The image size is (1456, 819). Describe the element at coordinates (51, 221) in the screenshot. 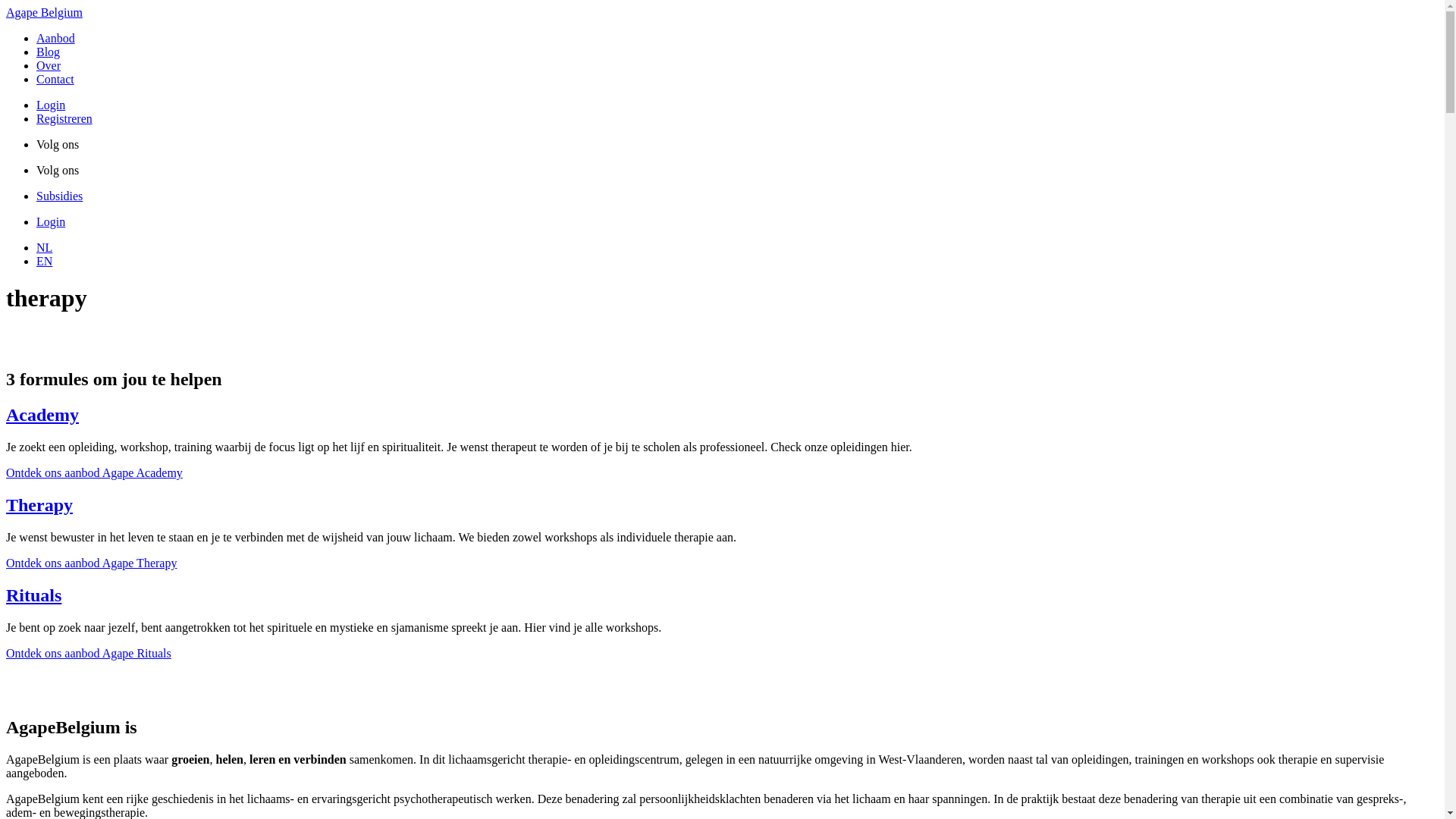

I see `'Login'` at that location.